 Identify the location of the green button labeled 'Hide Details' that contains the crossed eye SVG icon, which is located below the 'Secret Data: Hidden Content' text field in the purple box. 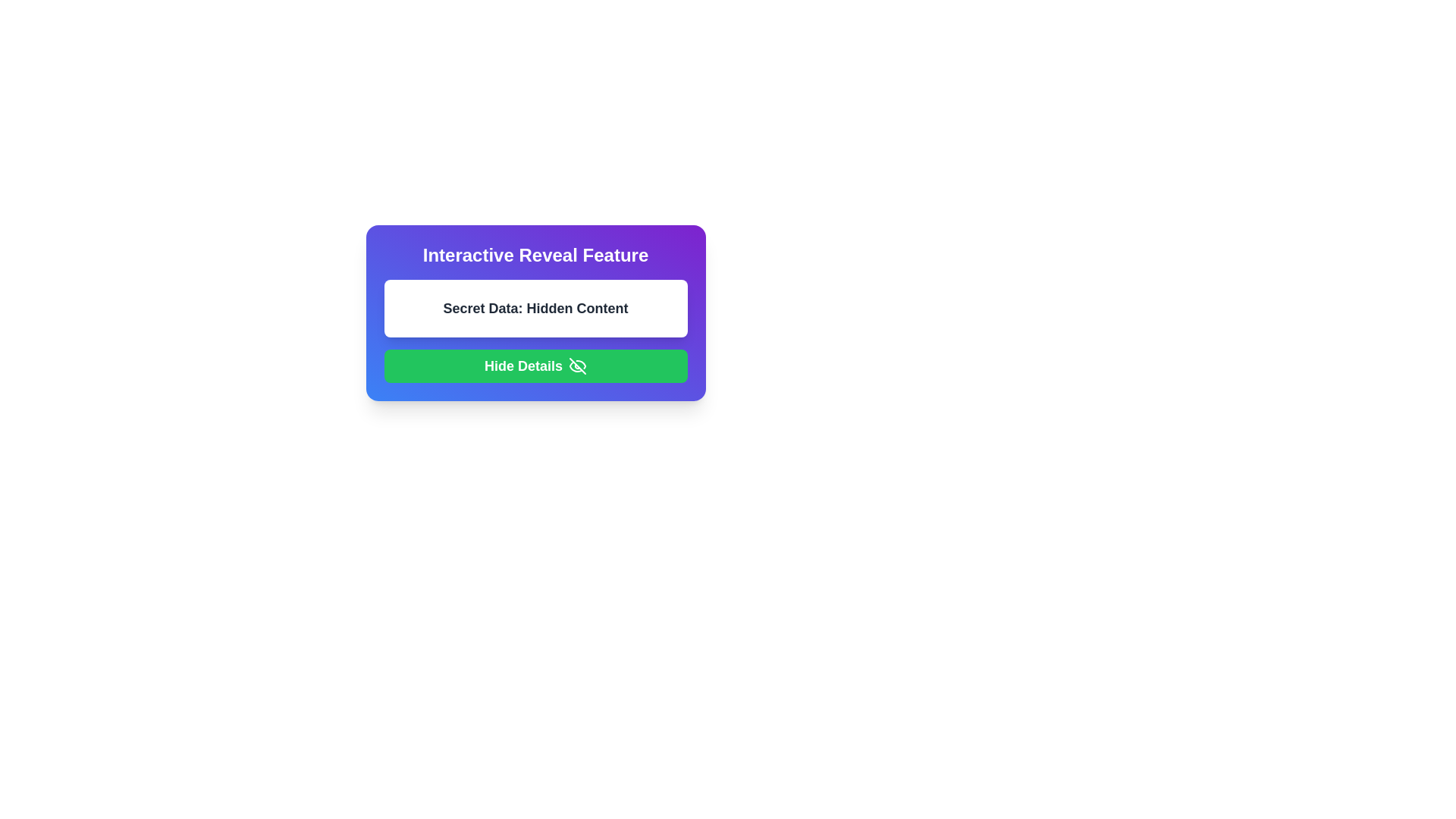
(577, 366).